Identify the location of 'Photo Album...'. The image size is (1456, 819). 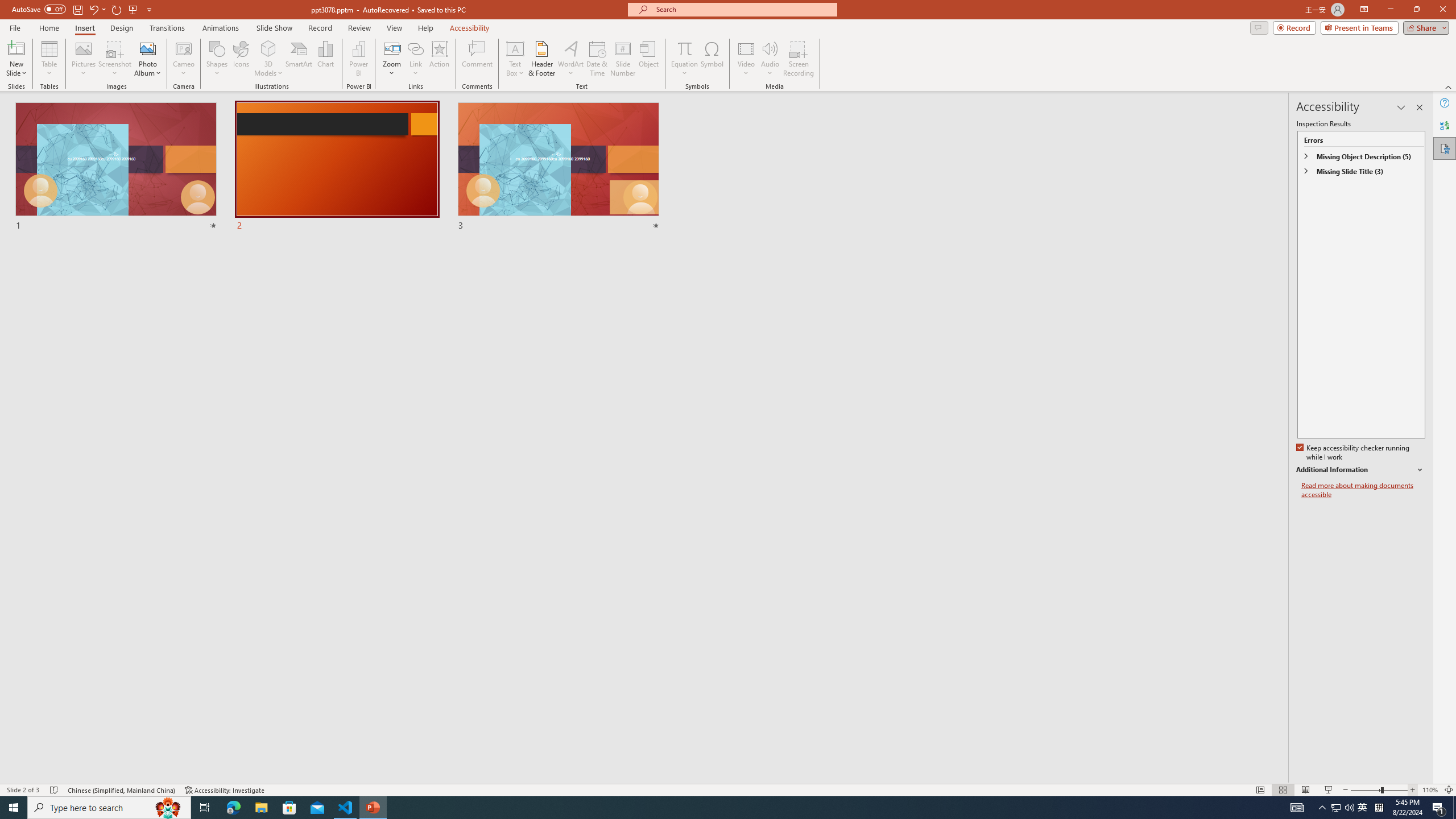
(147, 59).